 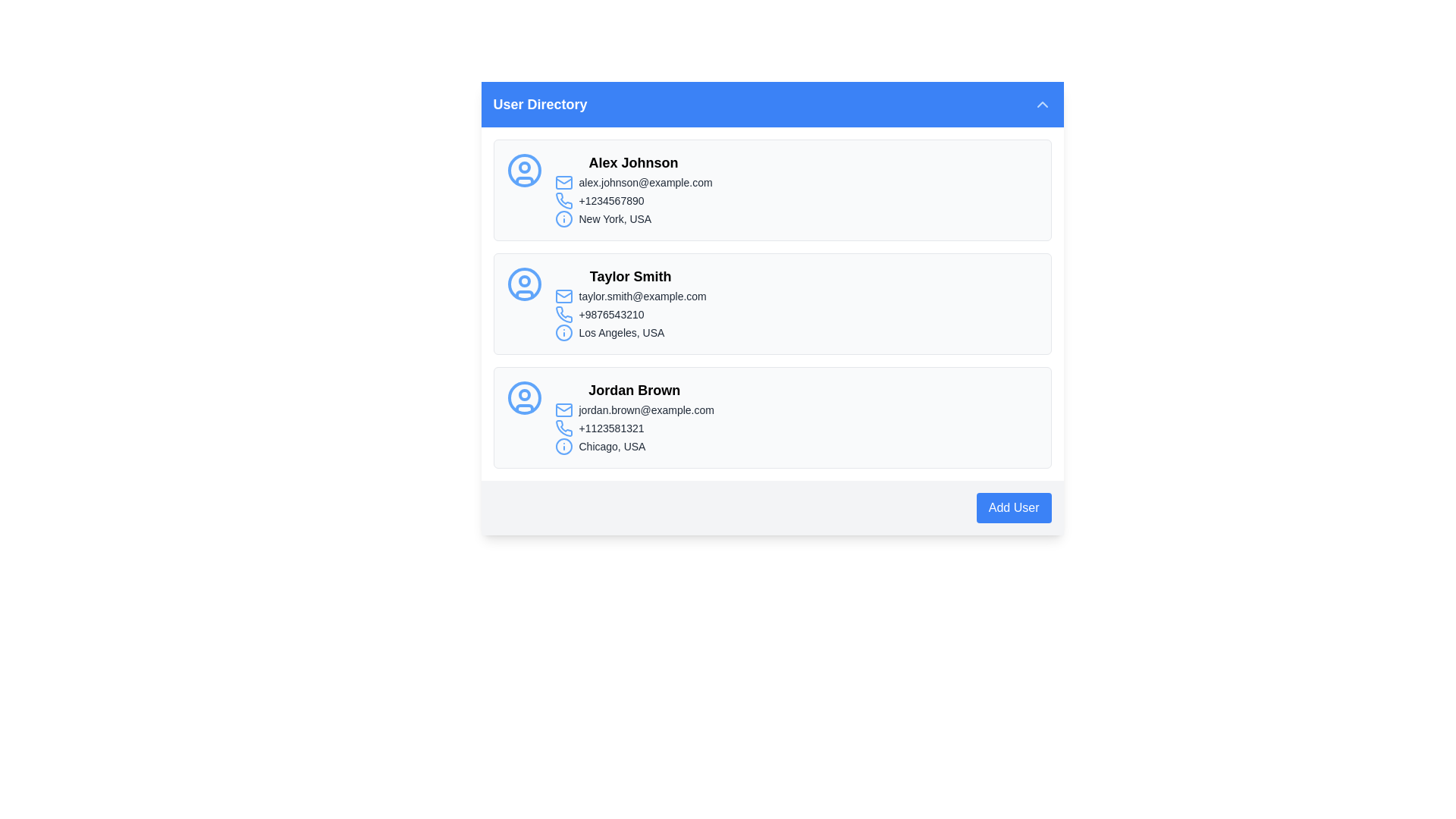 What do you see at coordinates (563, 428) in the screenshot?
I see `the decorative phone icon located to the left of the phone number for 'Jordan Brown'` at bounding box center [563, 428].